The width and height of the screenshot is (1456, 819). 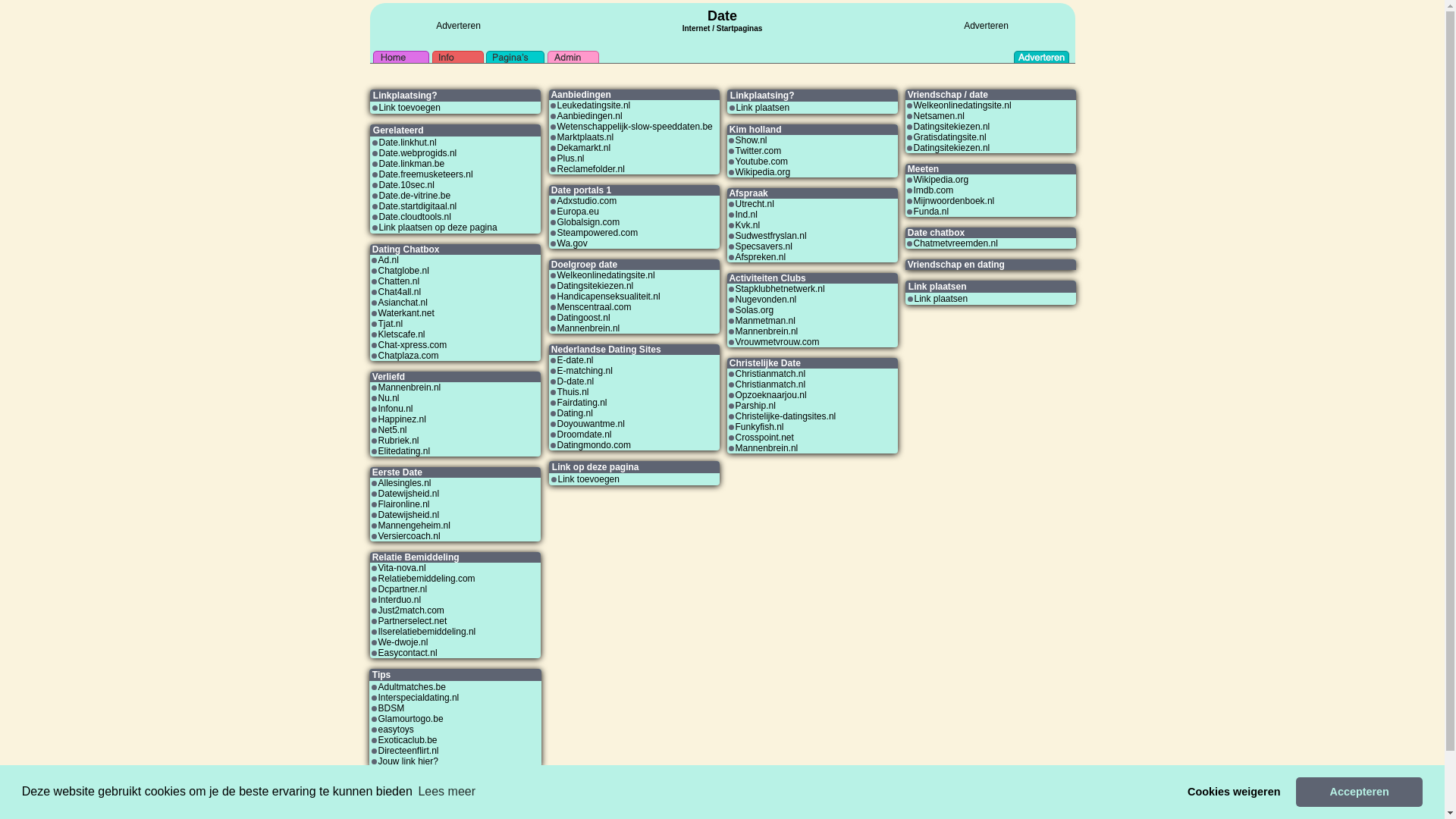 I want to click on 'Tjat.nl', so click(x=390, y=323).